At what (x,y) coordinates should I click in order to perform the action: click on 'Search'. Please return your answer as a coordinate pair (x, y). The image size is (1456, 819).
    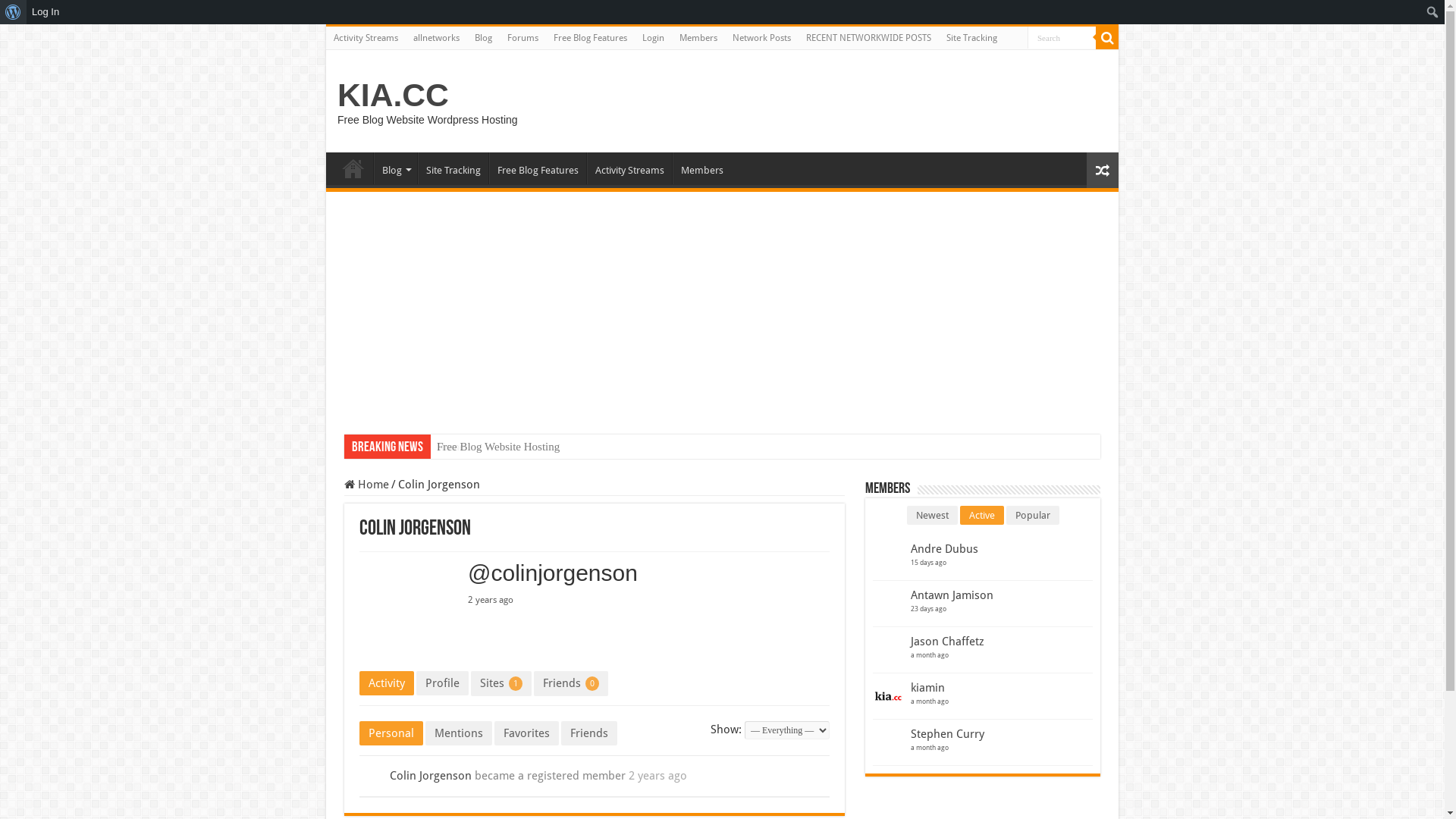
    Looking at the image, I should click on (1106, 37).